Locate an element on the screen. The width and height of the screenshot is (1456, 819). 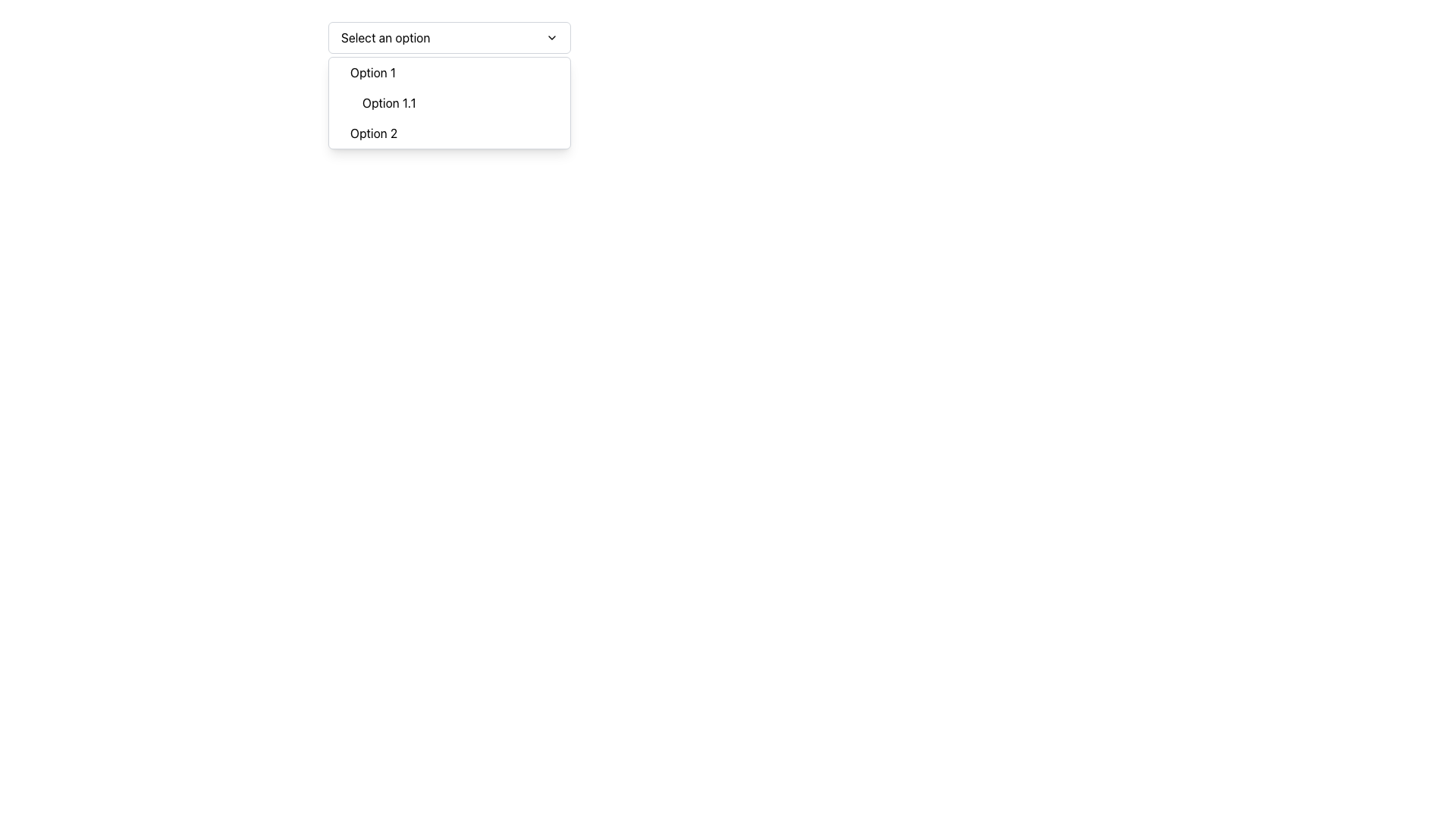
the main option labeled 'Option 1' is located at coordinates (454, 87).